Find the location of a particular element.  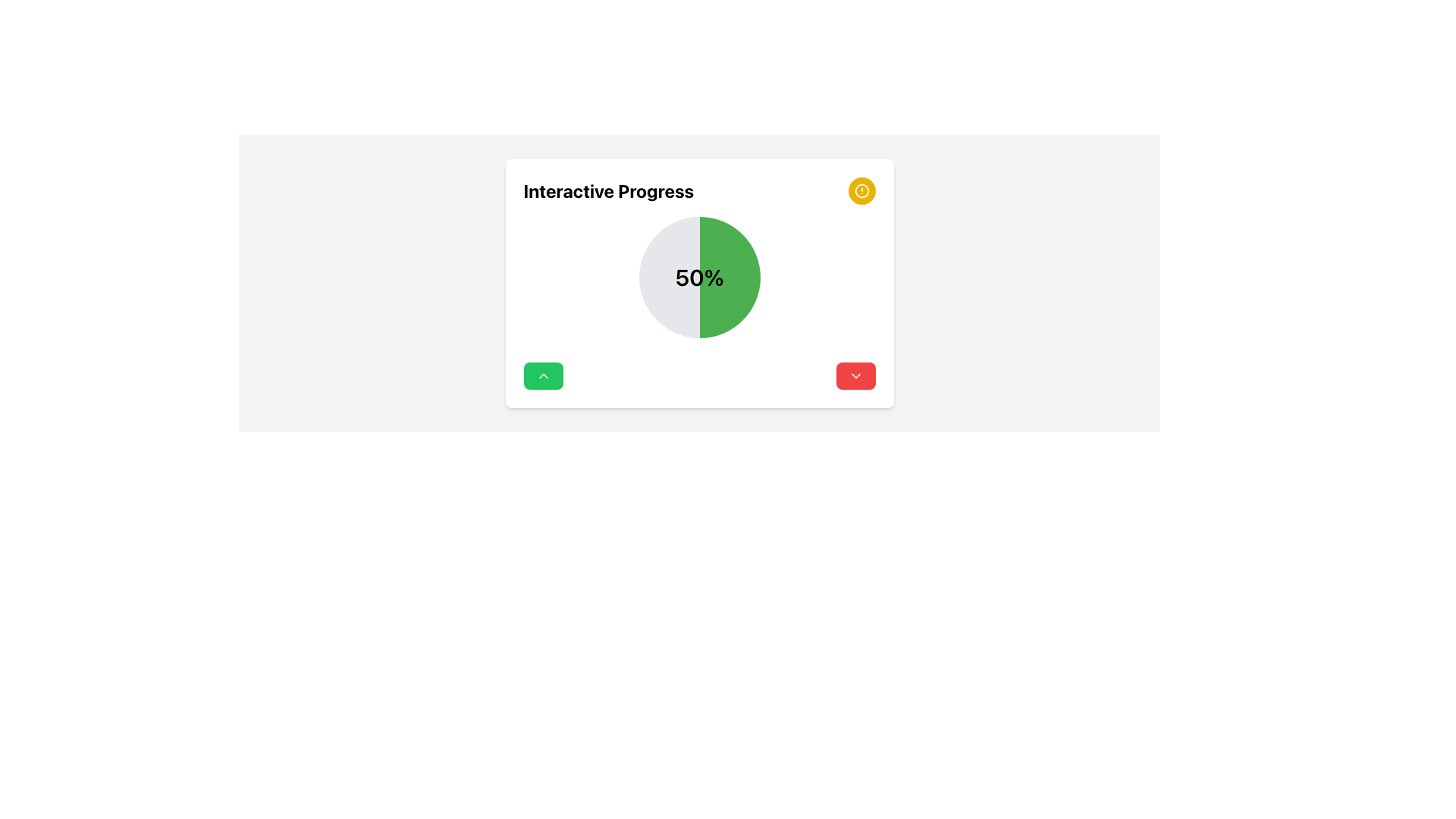

the text label indicating the percentage value within the circular progress indicator on the 'Interactive Progress' card is located at coordinates (698, 278).